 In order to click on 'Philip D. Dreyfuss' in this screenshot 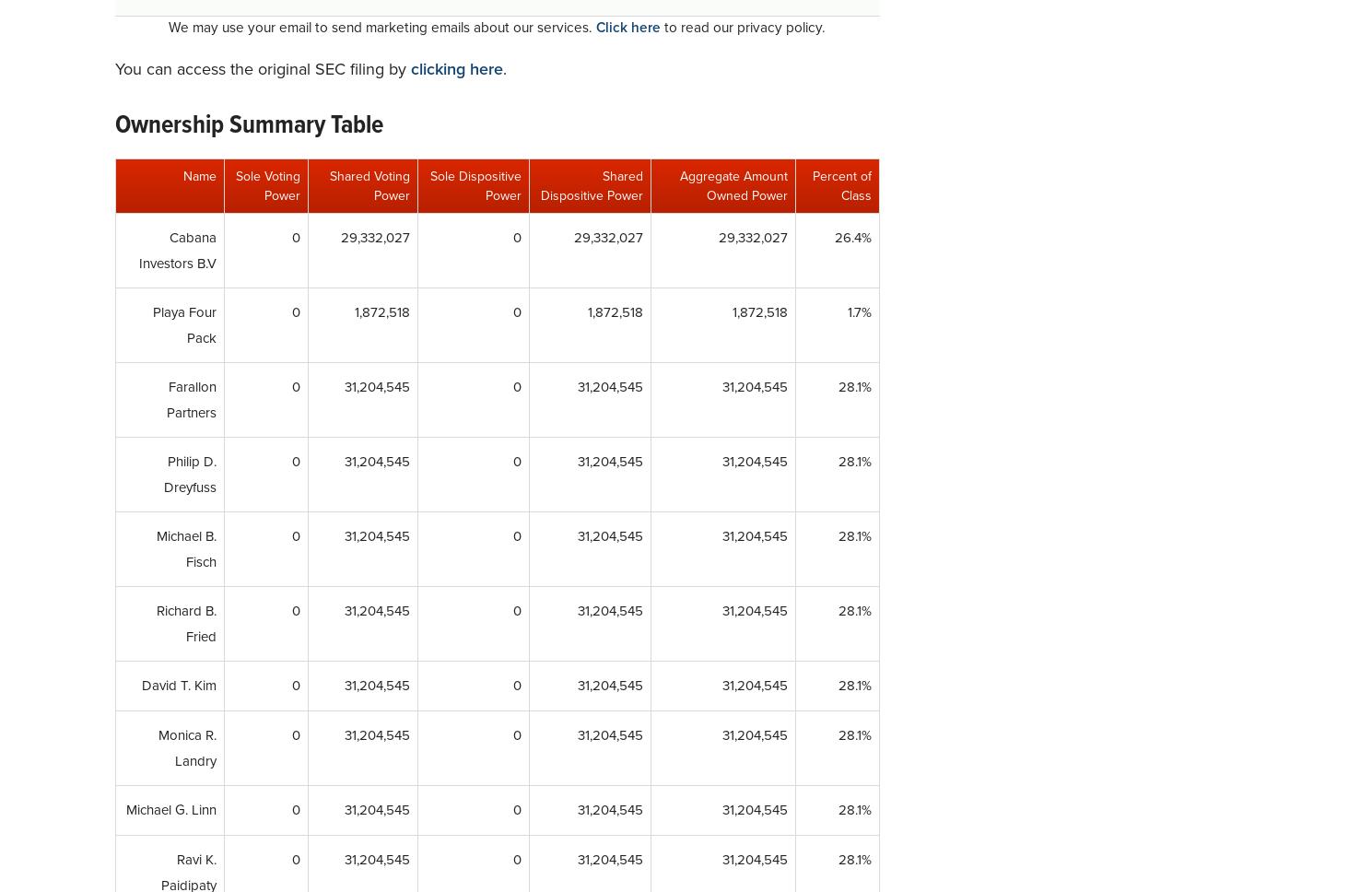, I will do `click(189, 474)`.